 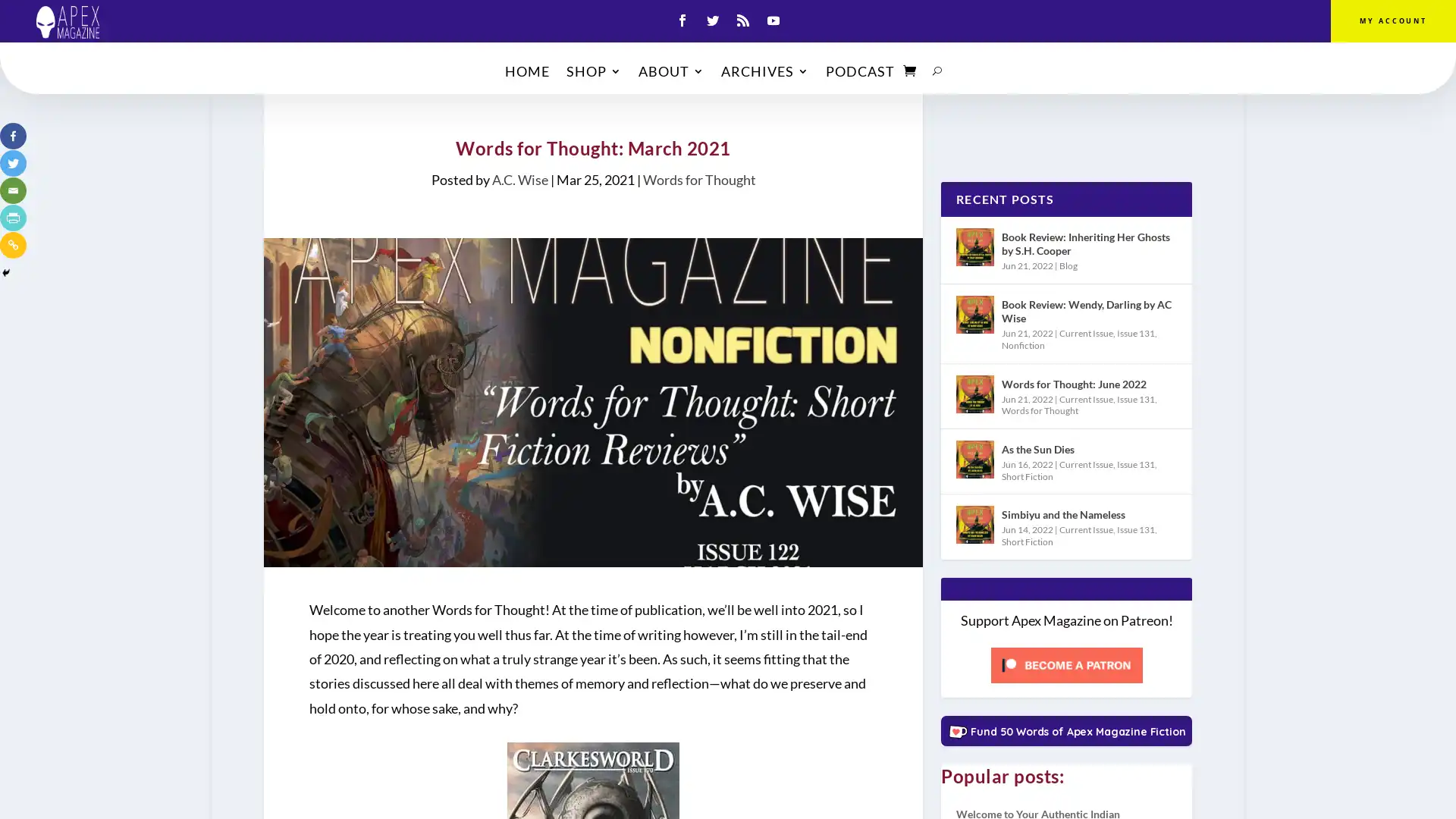 What do you see at coordinates (728, 467) in the screenshot?
I see `Subscribe Now` at bounding box center [728, 467].